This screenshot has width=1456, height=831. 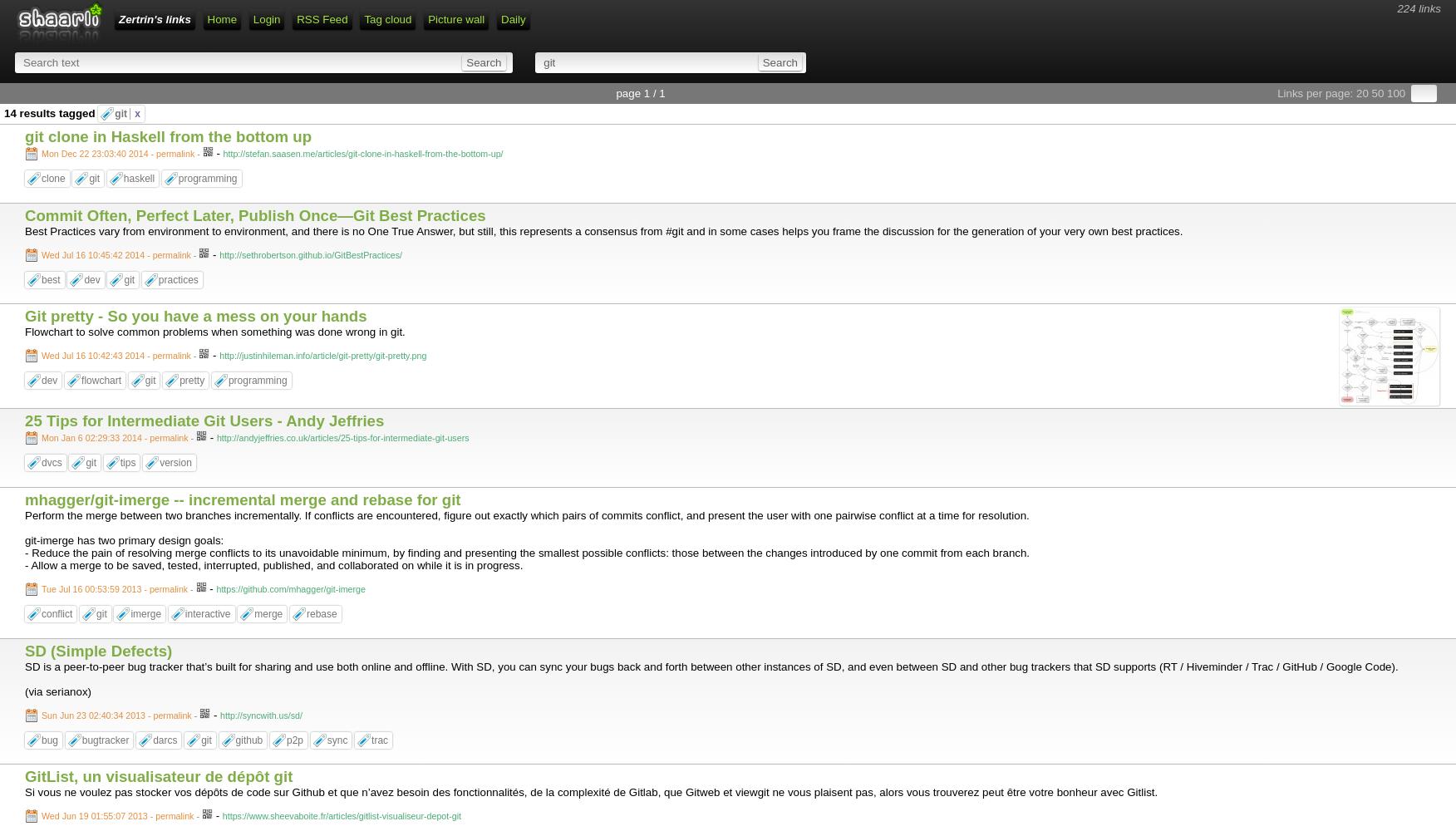 What do you see at coordinates (51, 113) in the screenshot?
I see `'14 results
            
            
                
                tagged'` at bounding box center [51, 113].